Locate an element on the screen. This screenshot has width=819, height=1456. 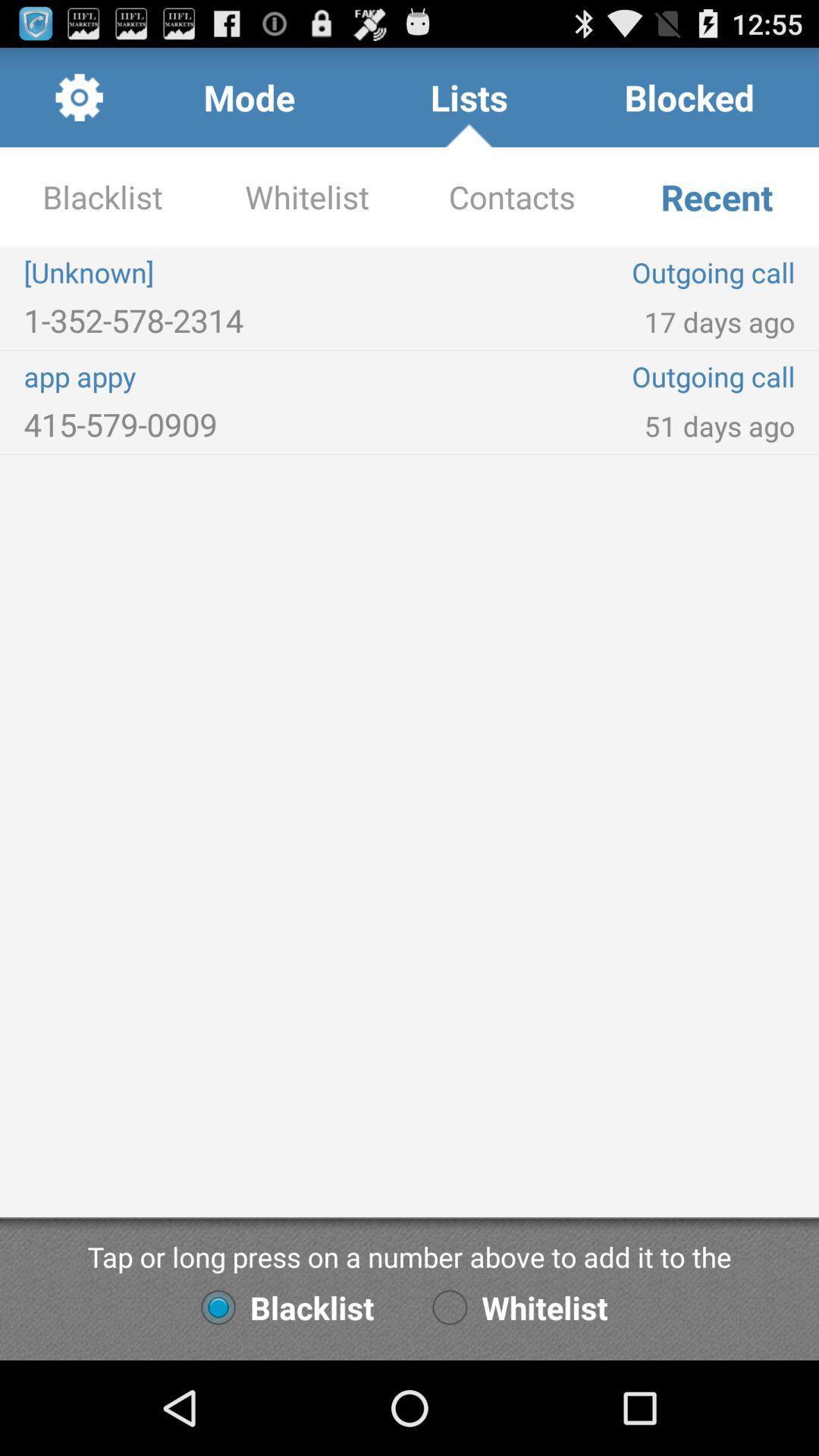
the 1 352 578 item is located at coordinates (216, 319).